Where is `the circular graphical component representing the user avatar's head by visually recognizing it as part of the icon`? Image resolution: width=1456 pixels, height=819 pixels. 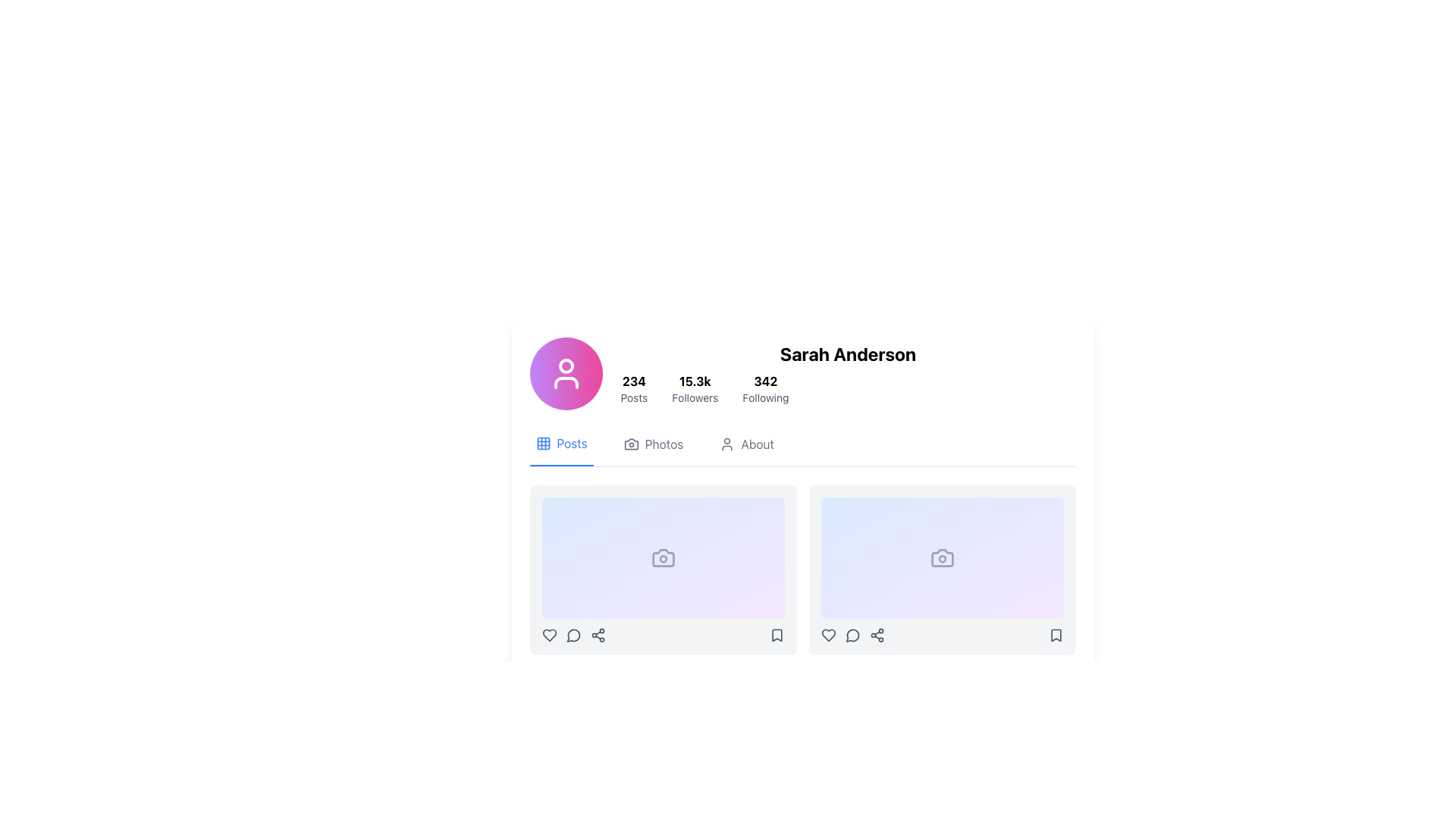 the circular graphical component representing the user avatar's head by visually recognizing it as part of the icon is located at coordinates (565, 366).